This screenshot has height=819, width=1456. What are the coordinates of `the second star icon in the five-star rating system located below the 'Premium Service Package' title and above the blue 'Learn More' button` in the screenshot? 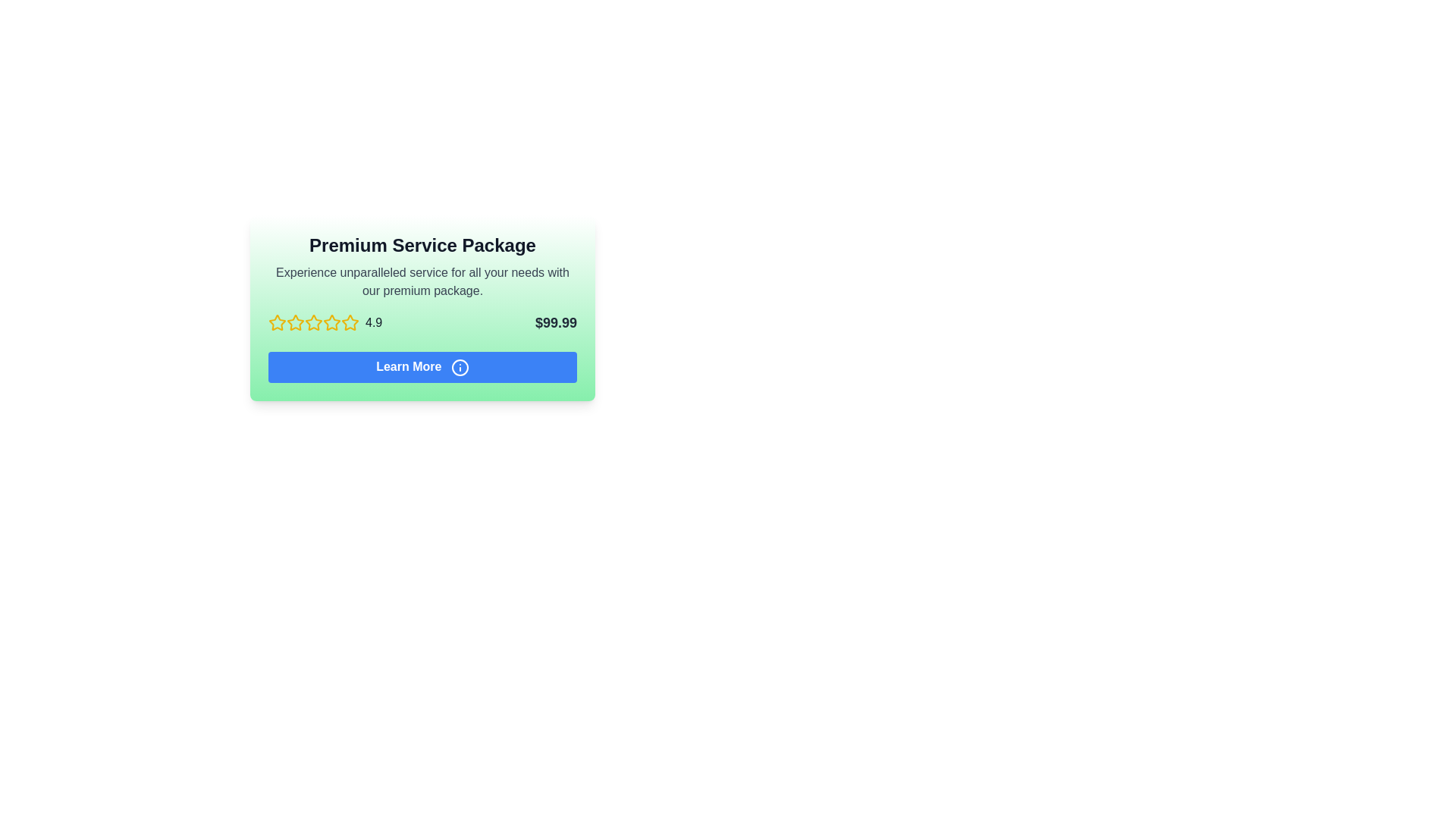 It's located at (295, 322).